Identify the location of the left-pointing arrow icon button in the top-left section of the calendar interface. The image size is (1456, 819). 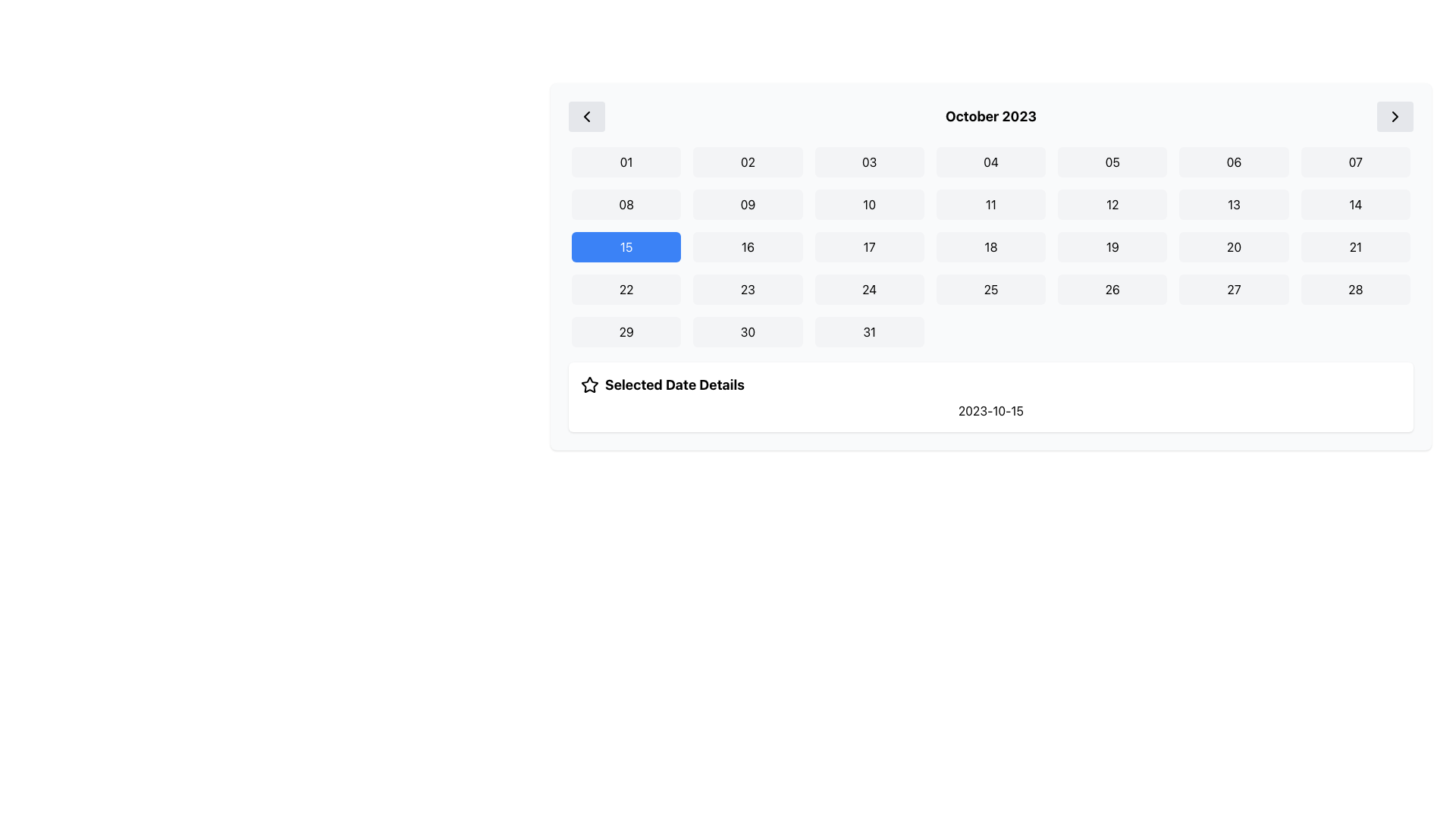
(585, 116).